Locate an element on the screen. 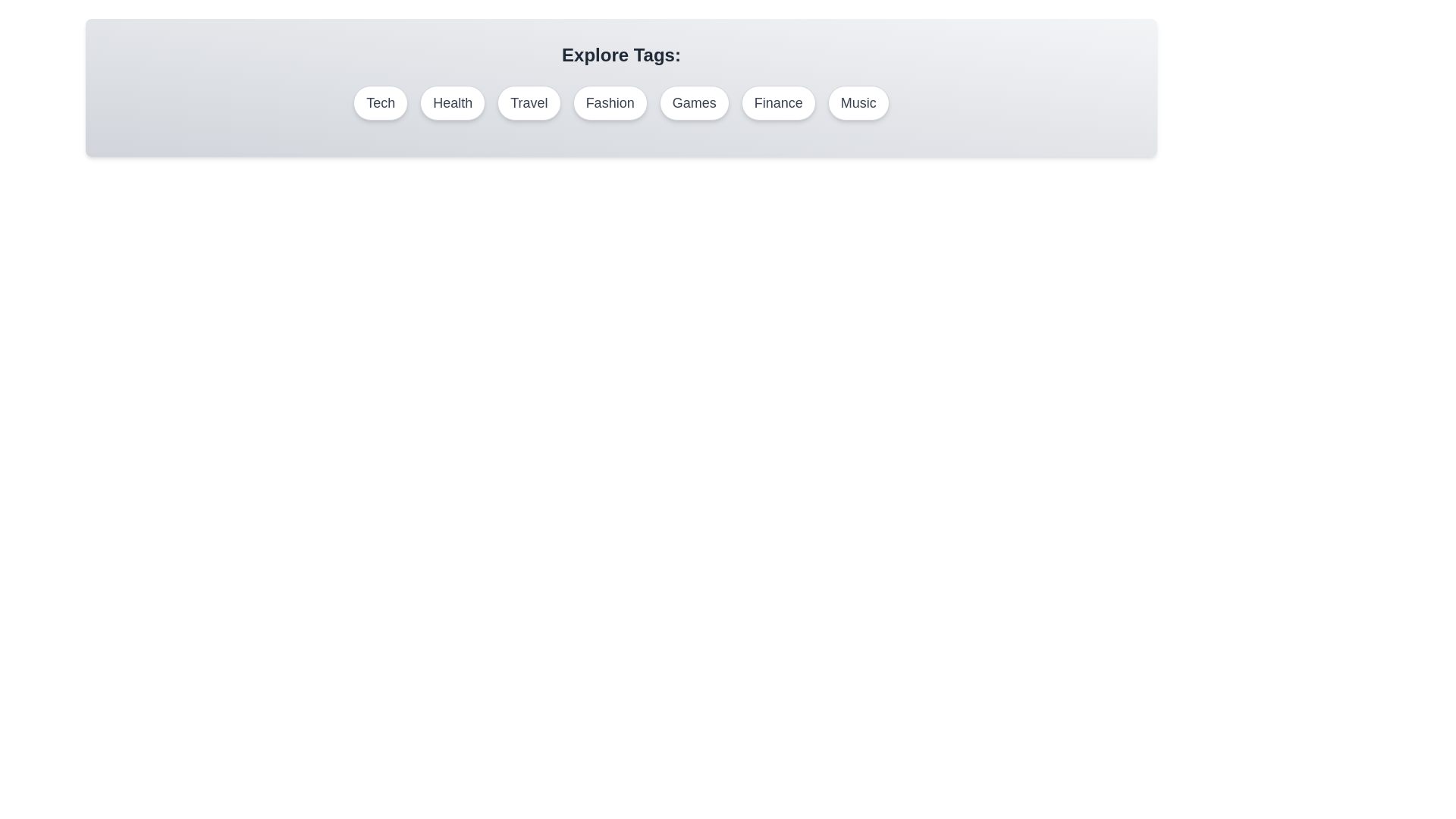 Image resolution: width=1456 pixels, height=819 pixels. the tag labeled Health to deselect it is located at coordinates (452, 102).